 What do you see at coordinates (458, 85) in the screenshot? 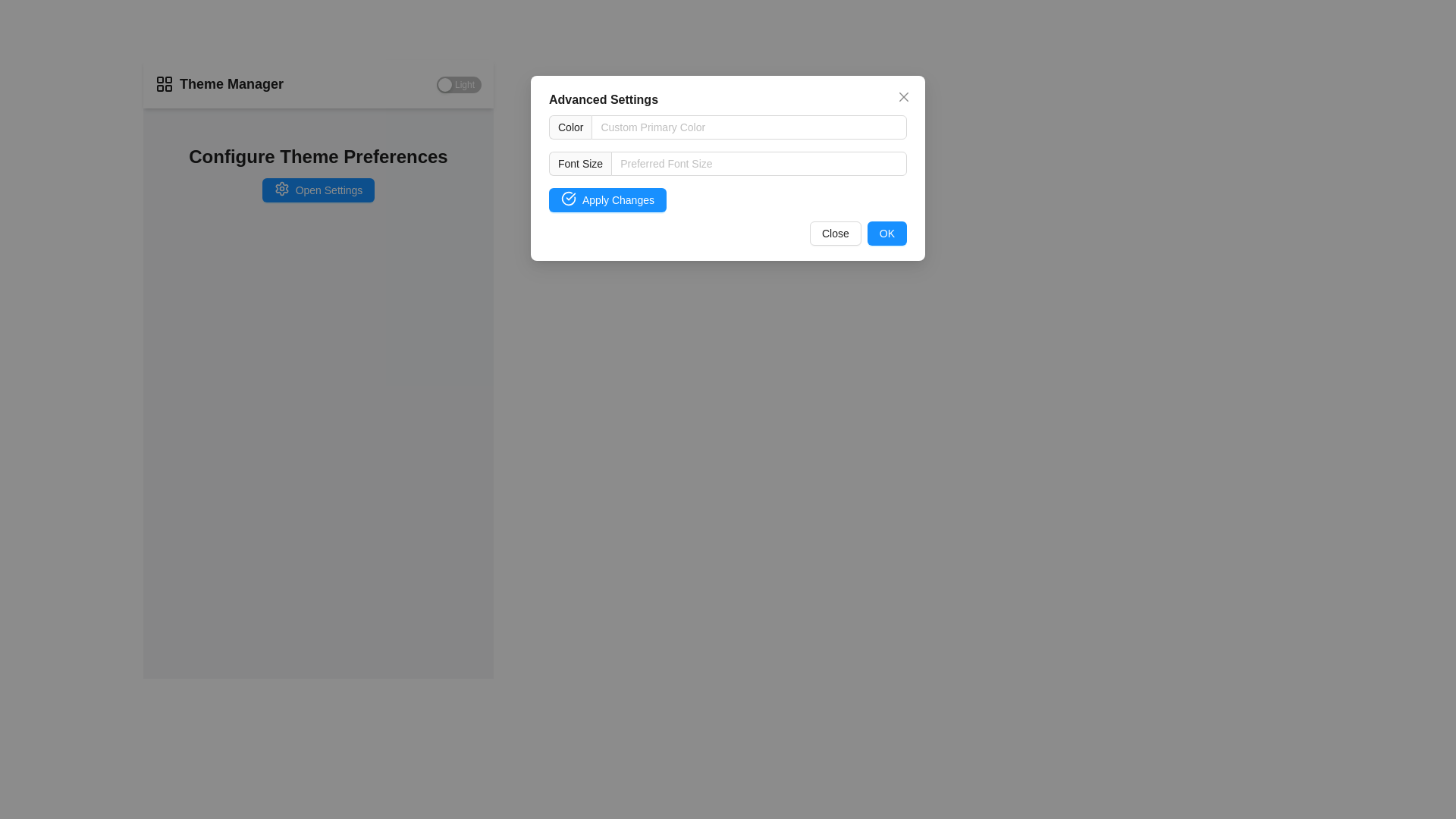
I see `the toggle switch located in the top-right corner of the interface within the 'Theme Manager' header section` at bounding box center [458, 85].